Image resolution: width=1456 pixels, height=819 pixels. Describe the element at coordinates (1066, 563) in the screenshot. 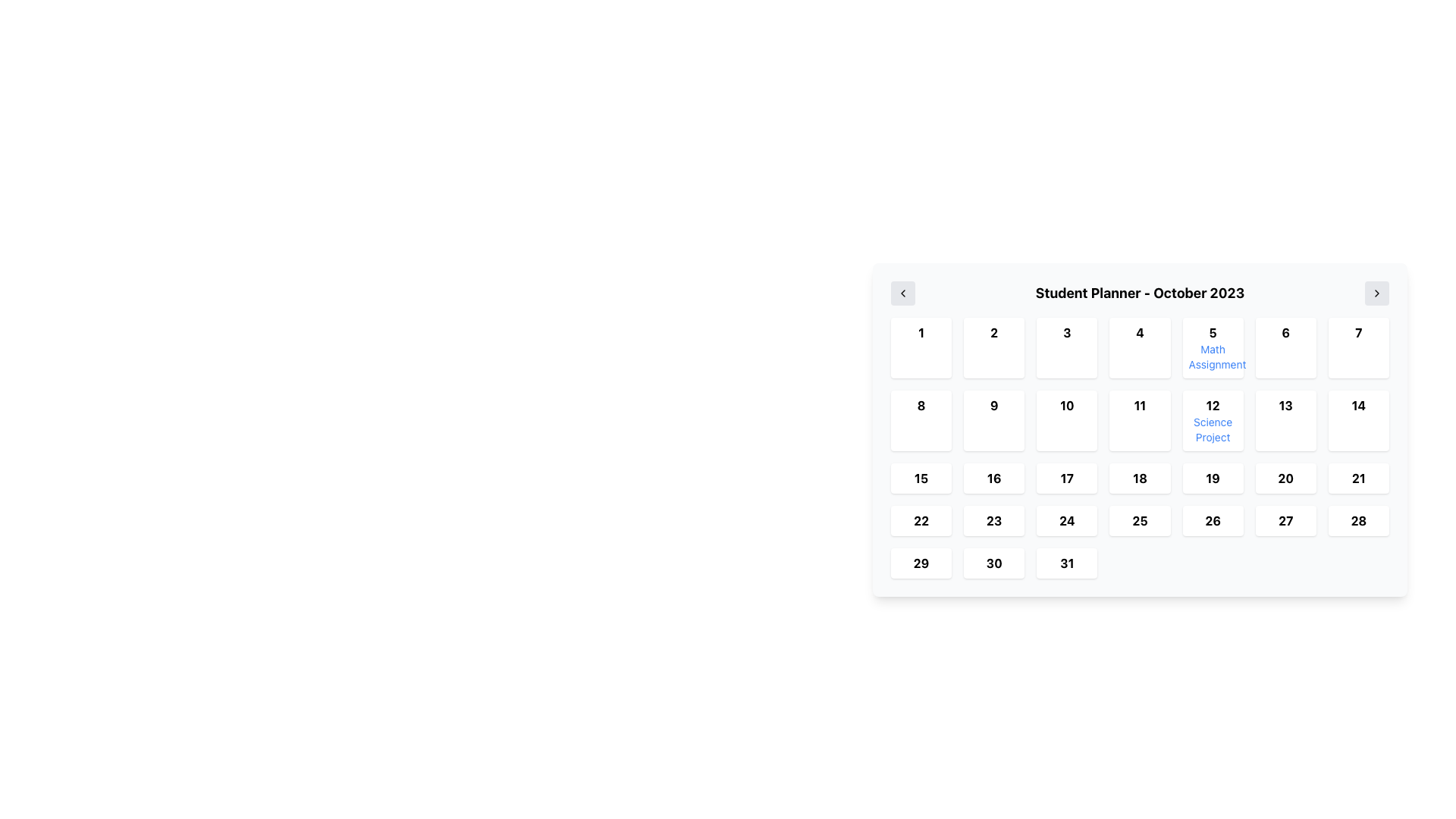

I see `the bold black number '31' in the calendar interface, which is located in the fifth row and second column of the grid` at that location.